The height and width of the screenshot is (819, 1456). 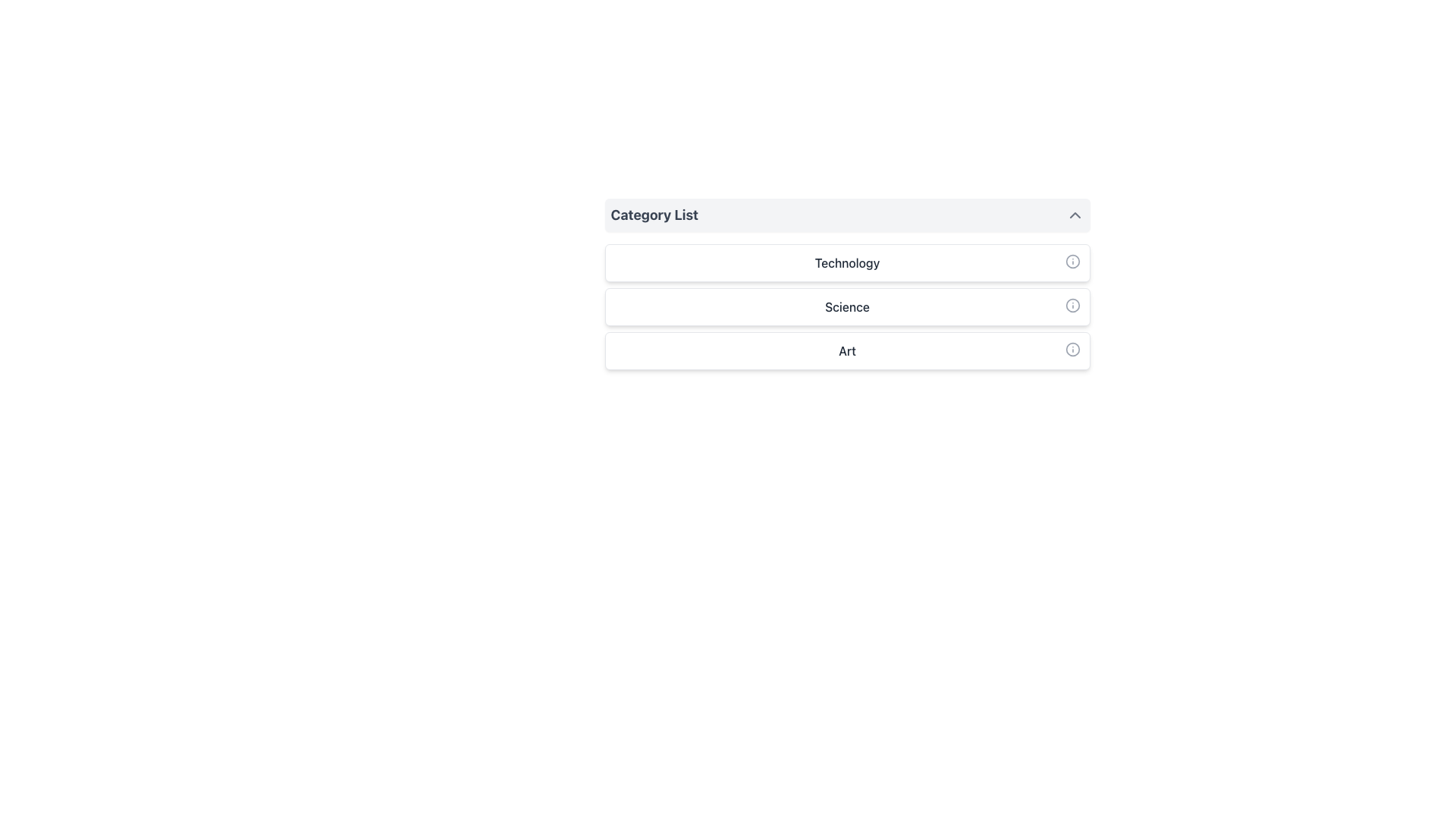 I want to click on the info icon located at the top-right corner of the 'Science' card, which provides additional information when hovered over, so click(x=1072, y=305).